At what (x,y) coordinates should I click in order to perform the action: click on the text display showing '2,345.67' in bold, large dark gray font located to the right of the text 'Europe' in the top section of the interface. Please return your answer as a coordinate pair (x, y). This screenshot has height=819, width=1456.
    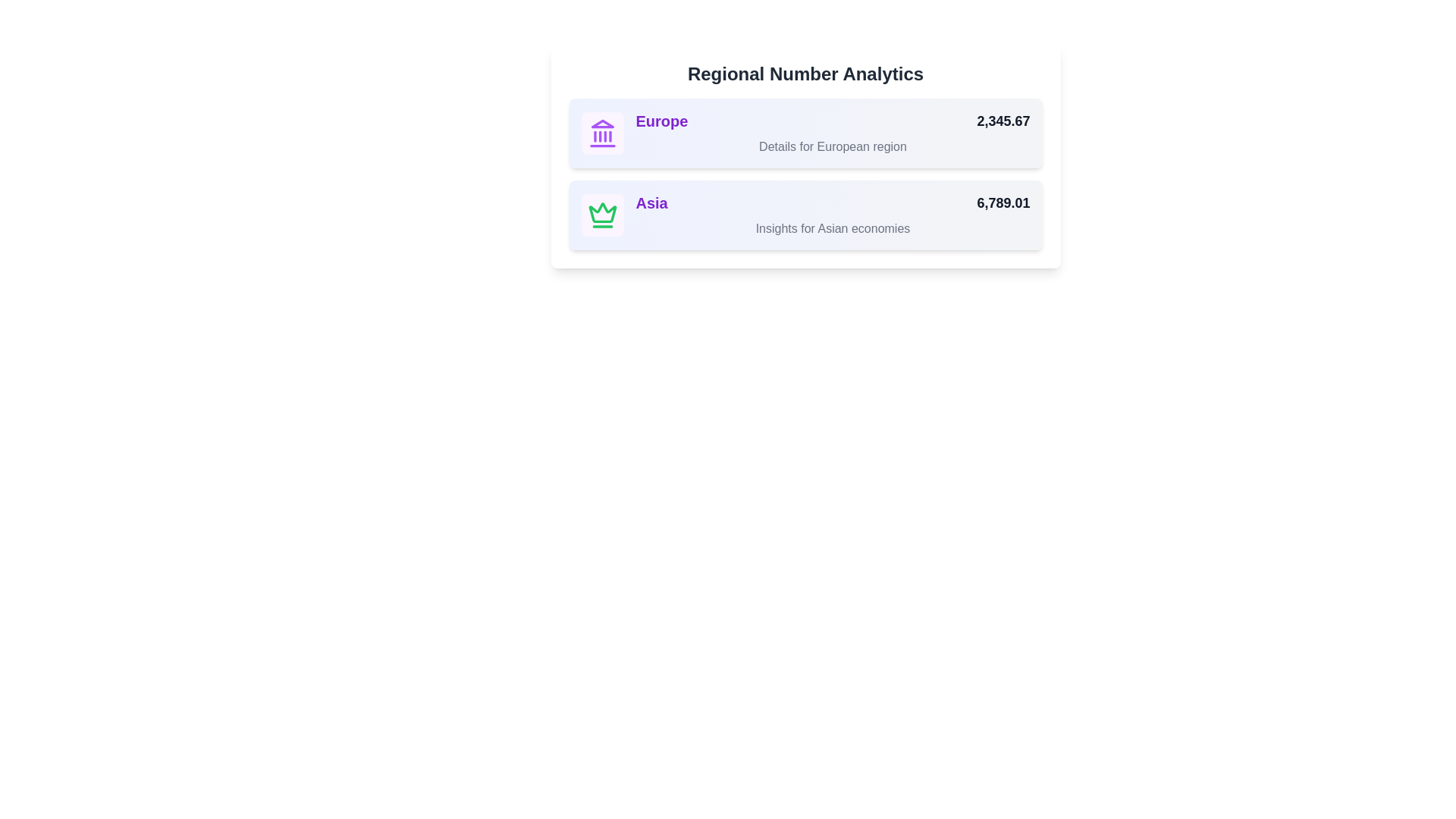
    Looking at the image, I should click on (1003, 120).